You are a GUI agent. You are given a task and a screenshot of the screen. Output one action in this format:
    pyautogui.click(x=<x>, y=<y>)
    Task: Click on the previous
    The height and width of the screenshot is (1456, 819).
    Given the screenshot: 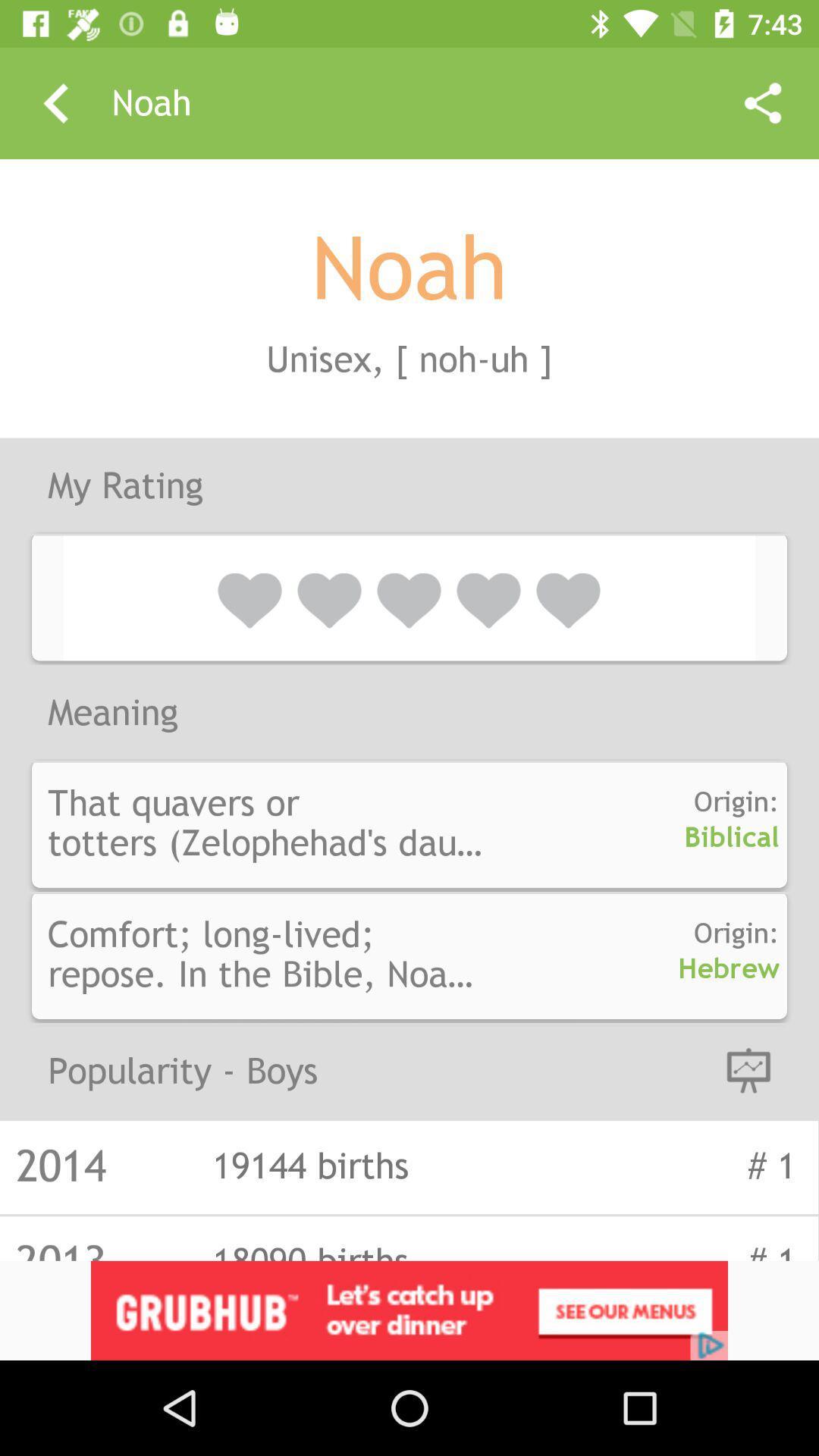 What is the action you would take?
    pyautogui.click(x=55, y=102)
    